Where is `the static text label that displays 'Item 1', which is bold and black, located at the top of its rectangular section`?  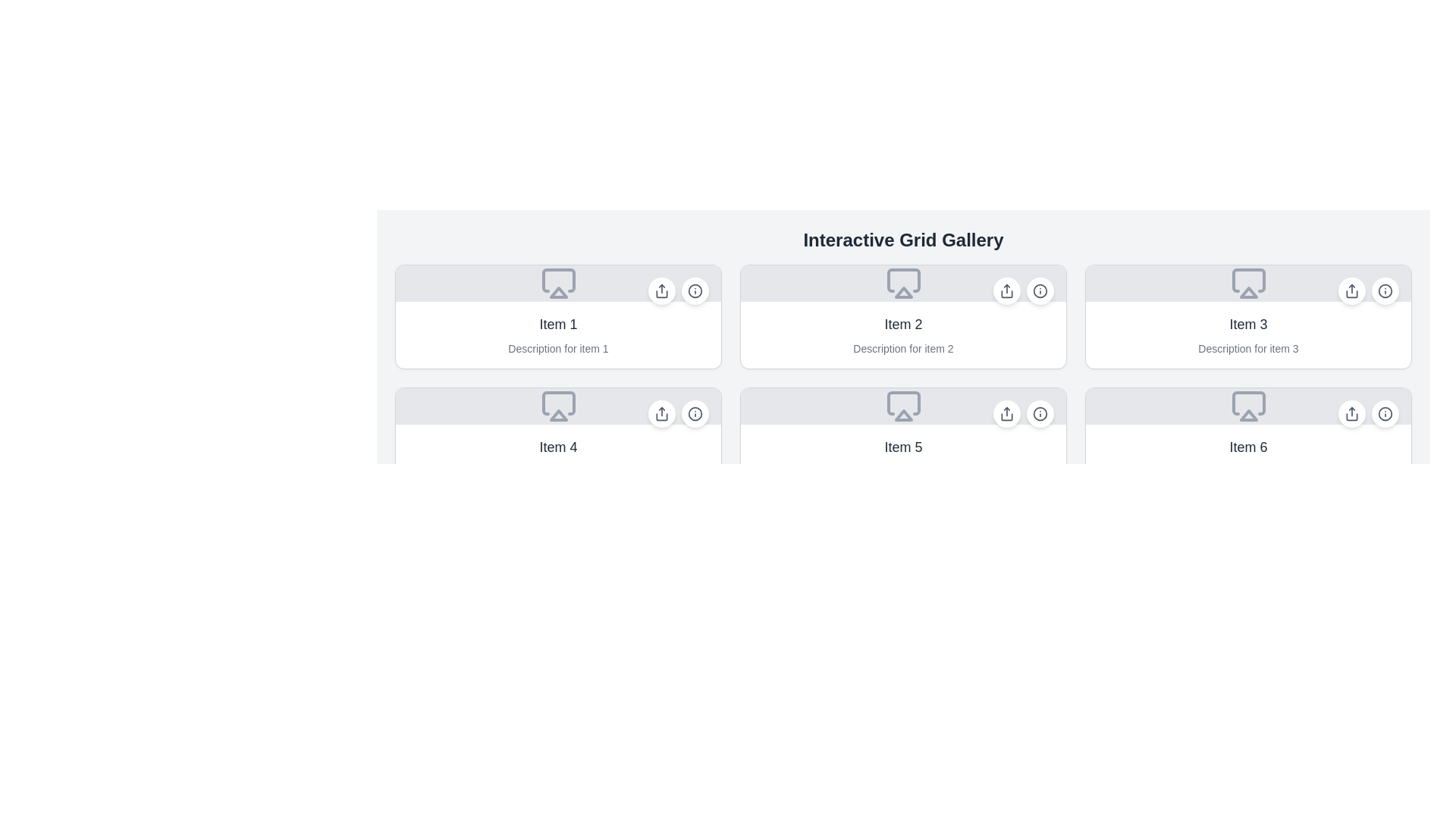 the static text label that displays 'Item 1', which is bold and black, located at the top of its rectangular section is located at coordinates (557, 324).